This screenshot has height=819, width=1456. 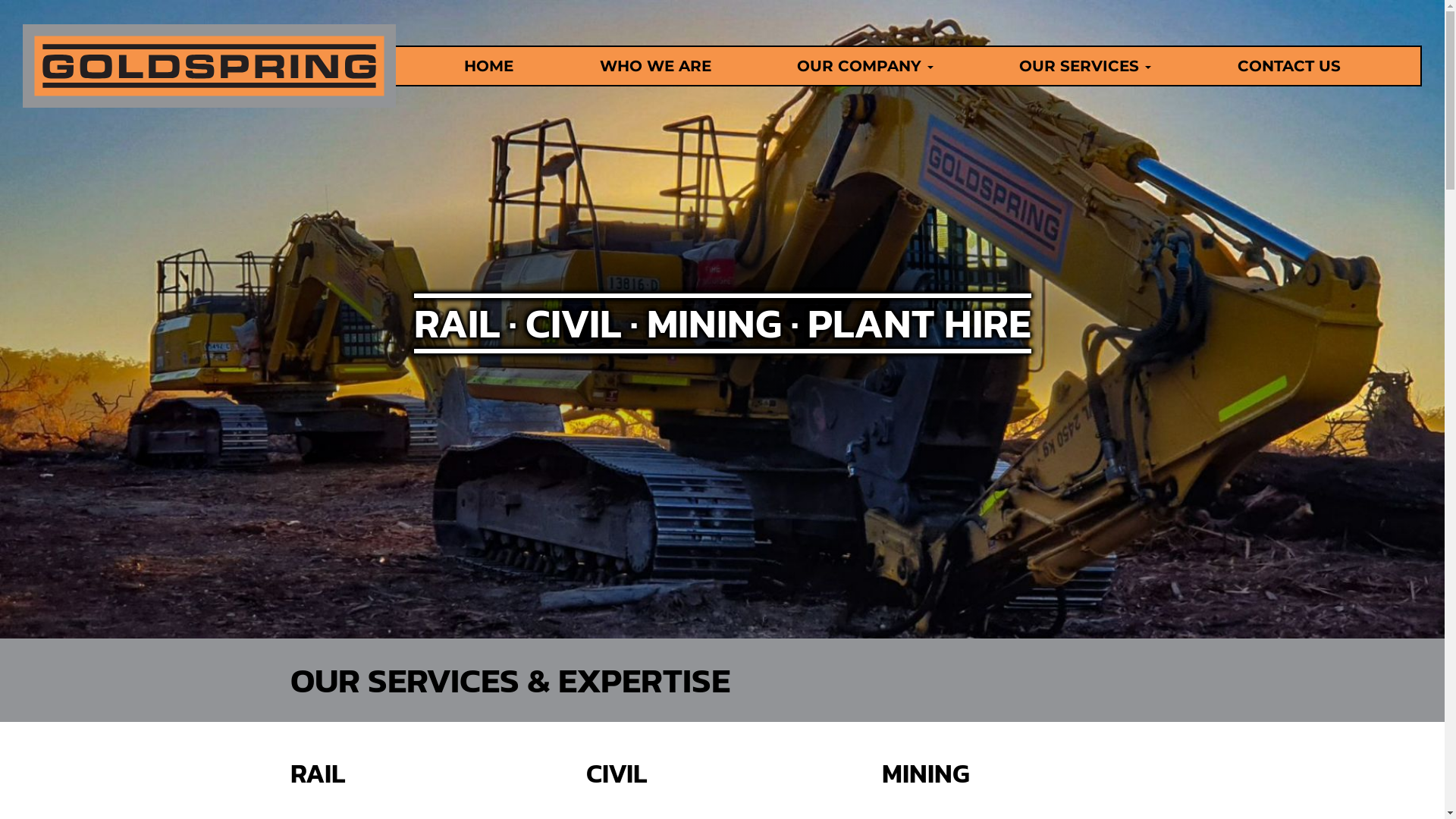 I want to click on 'OUR SERVICES', so click(x=1084, y=65).